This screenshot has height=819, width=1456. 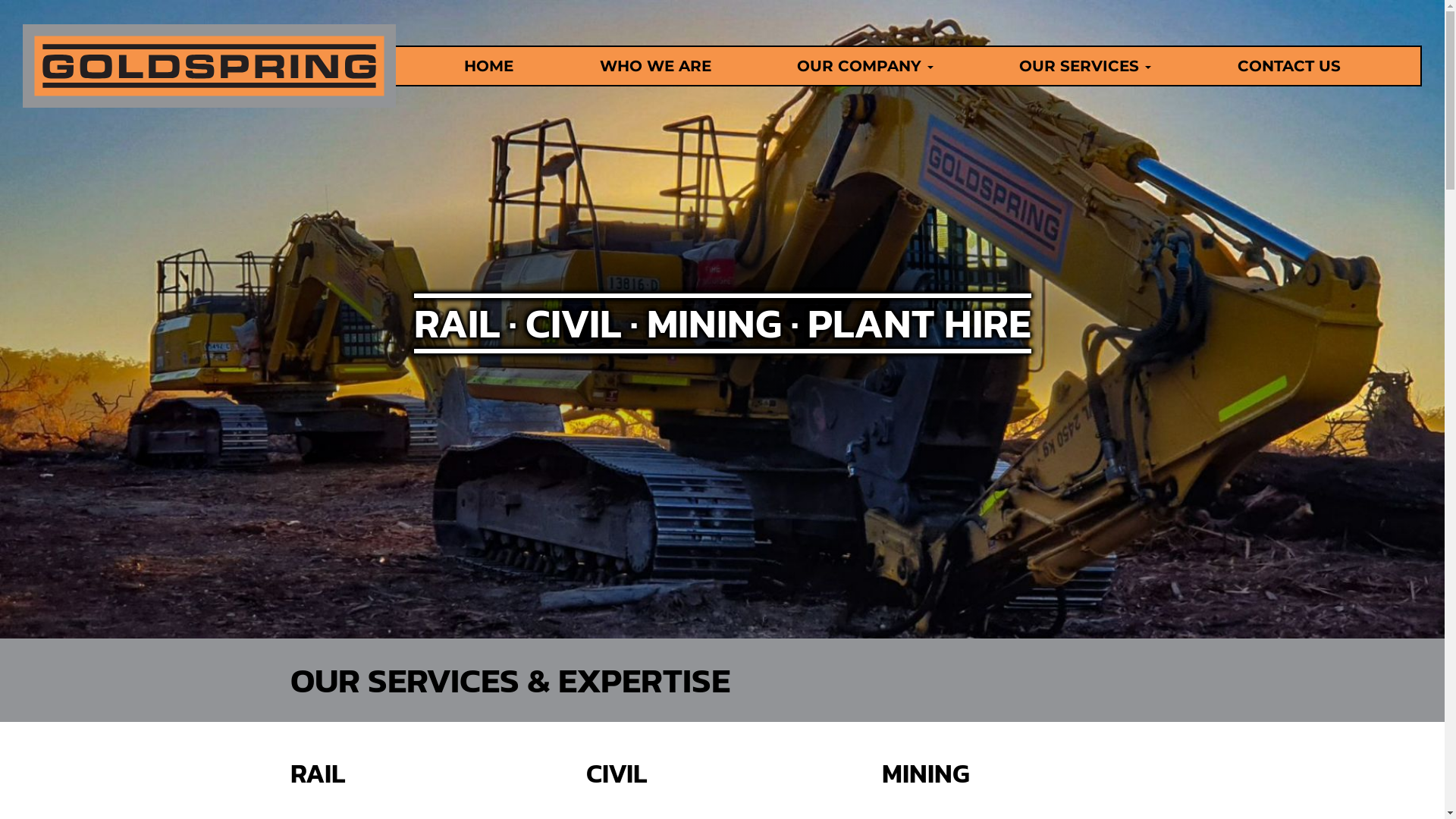 I want to click on 'OUR SERVICES', so click(x=1084, y=65).